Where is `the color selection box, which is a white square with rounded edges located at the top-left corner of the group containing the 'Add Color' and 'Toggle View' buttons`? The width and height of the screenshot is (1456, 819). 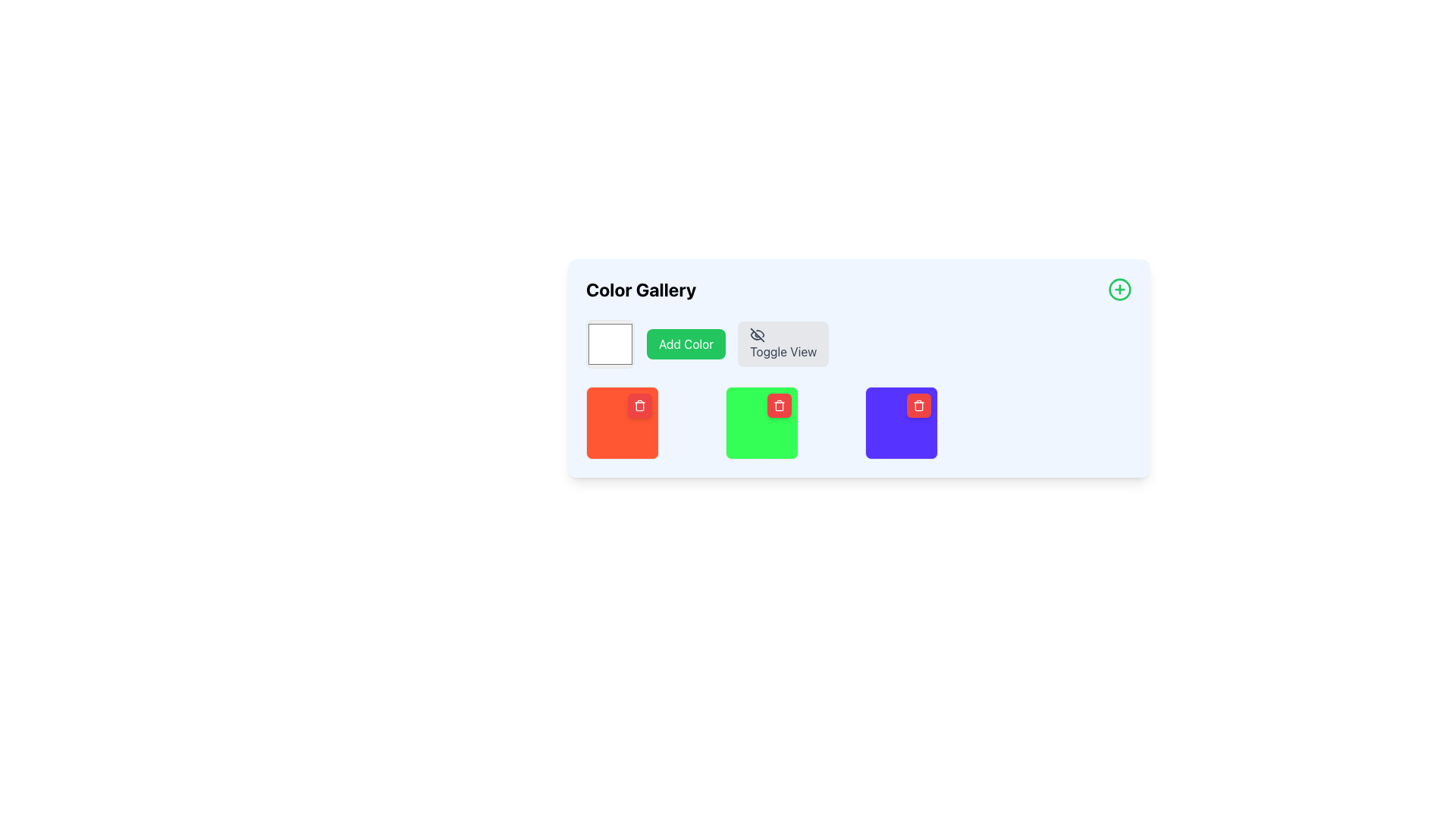 the color selection box, which is a white square with rounded edges located at the top-left corner of the group containing the 'Add Color' and 'Toggle View' buttons is located at coordinates (610, 344).